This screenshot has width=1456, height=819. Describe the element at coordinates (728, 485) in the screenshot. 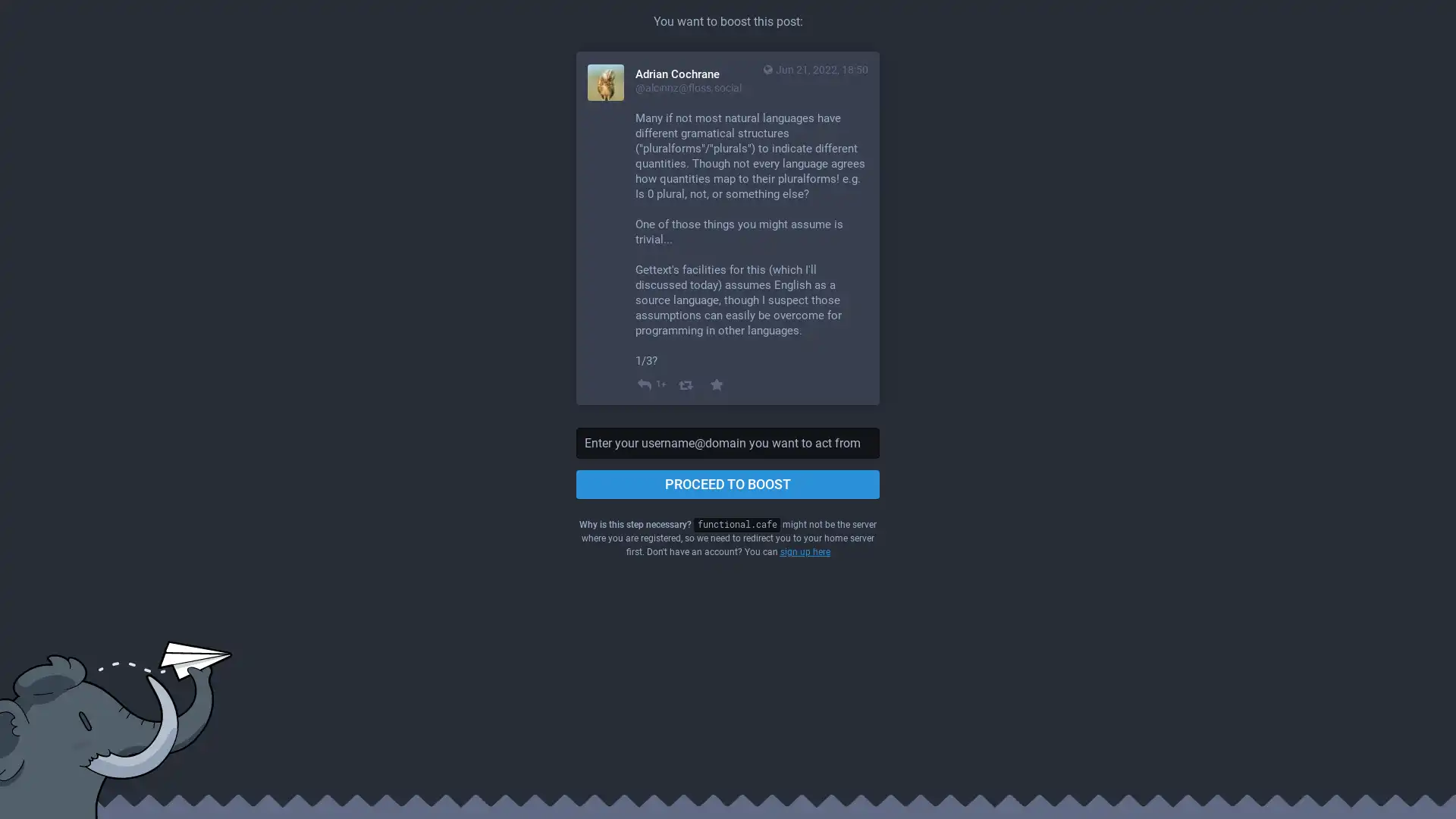

I see `PROCEED TO BOOST` at that location.